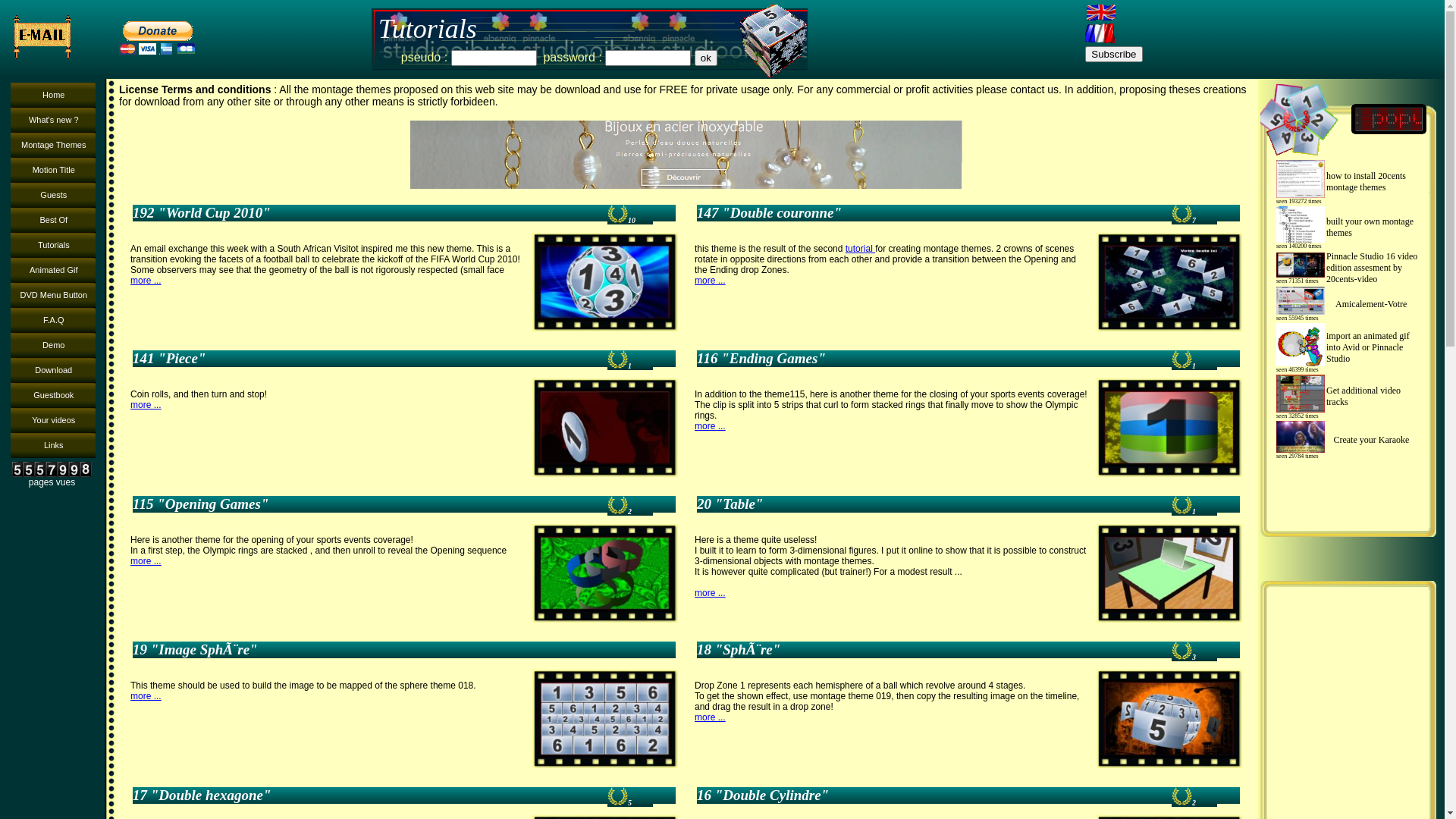 The image size is (1456, 819). I want to click on 'Download', so click(53, 370).